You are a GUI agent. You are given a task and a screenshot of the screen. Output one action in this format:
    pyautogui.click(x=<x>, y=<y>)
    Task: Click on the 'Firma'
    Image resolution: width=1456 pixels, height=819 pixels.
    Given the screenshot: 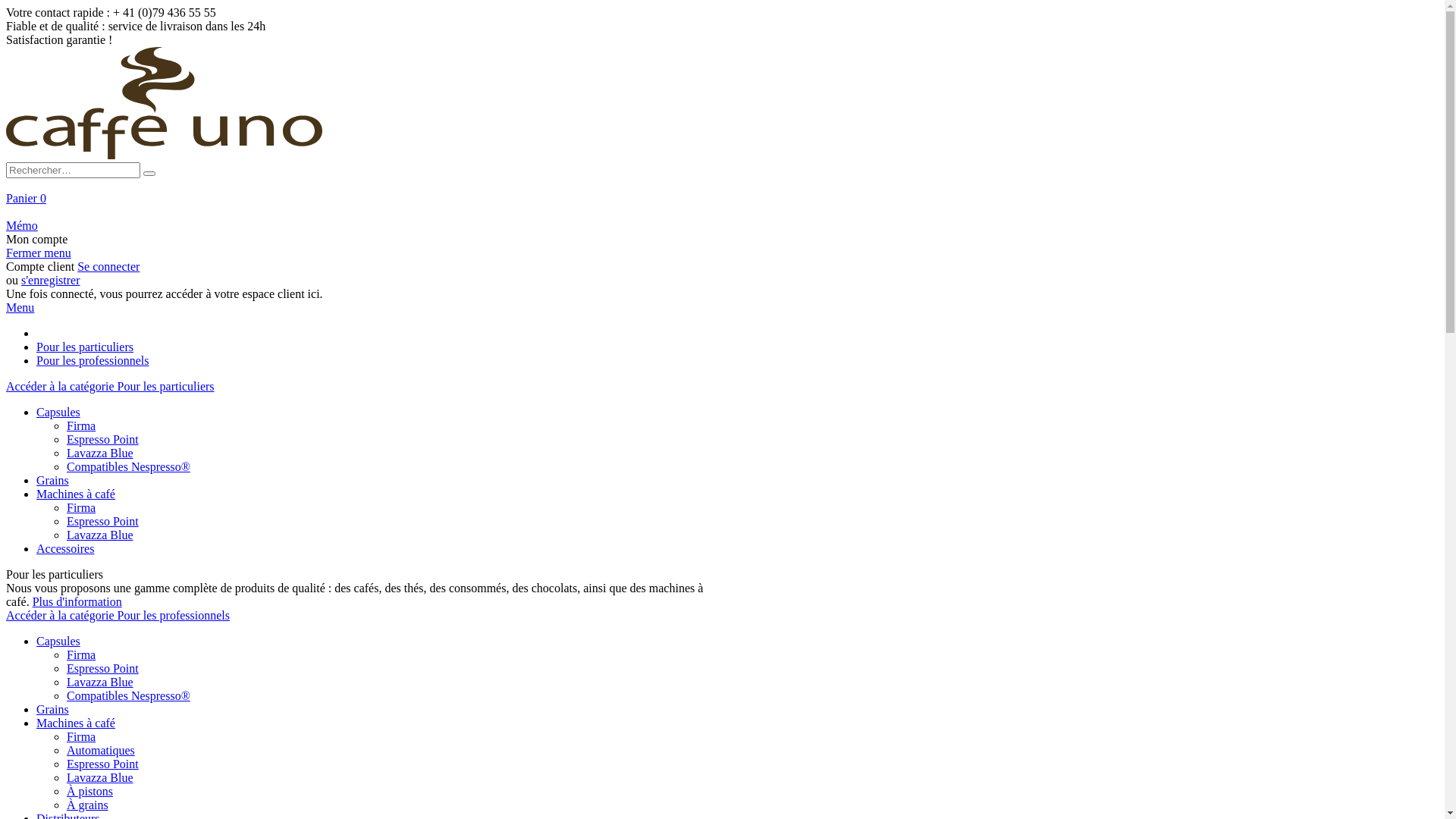 What is the action you would take?
    pyautogui.click(x=65, y=653)
    